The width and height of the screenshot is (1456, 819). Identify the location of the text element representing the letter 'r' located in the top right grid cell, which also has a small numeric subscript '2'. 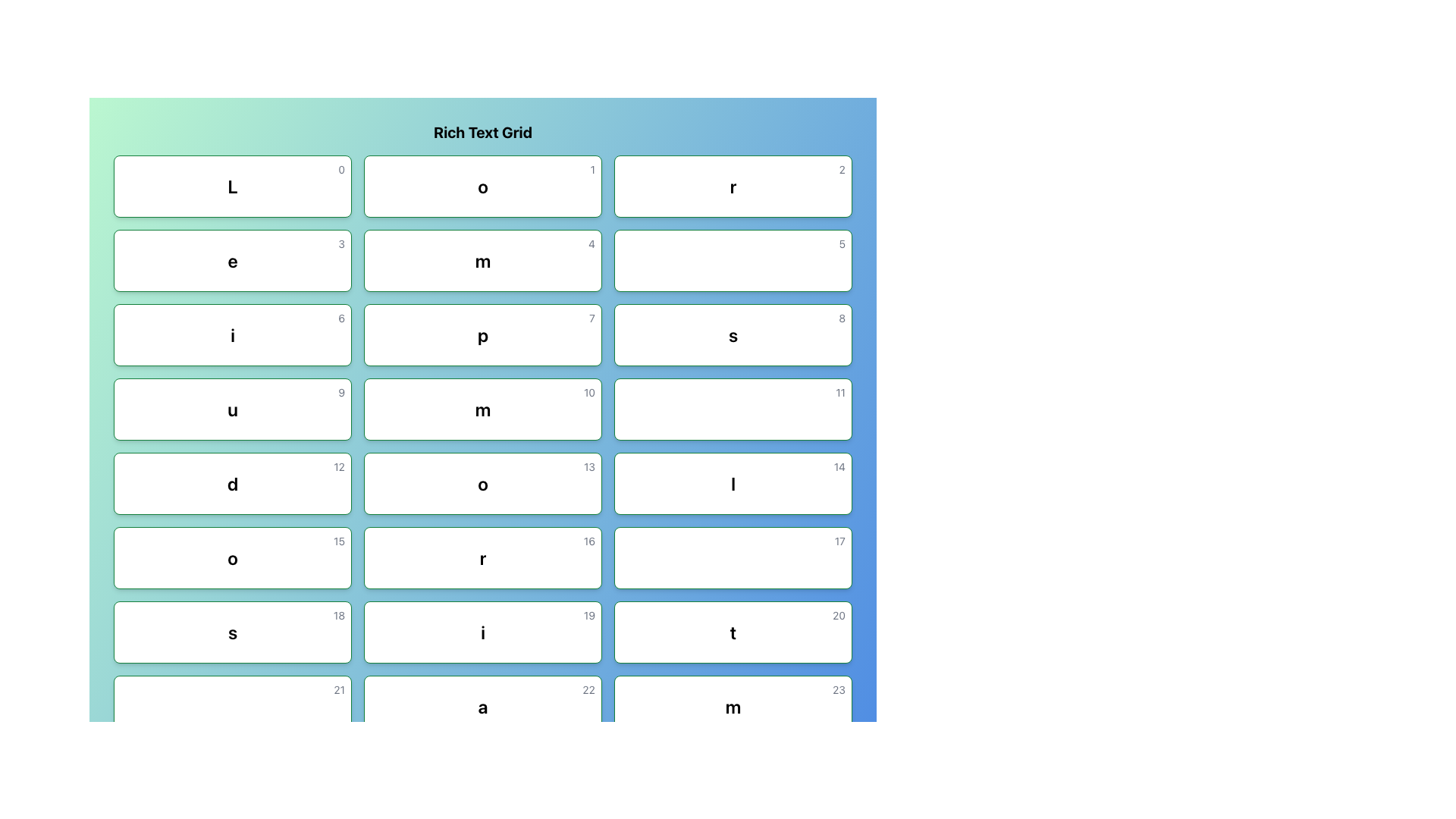
(733, 186).